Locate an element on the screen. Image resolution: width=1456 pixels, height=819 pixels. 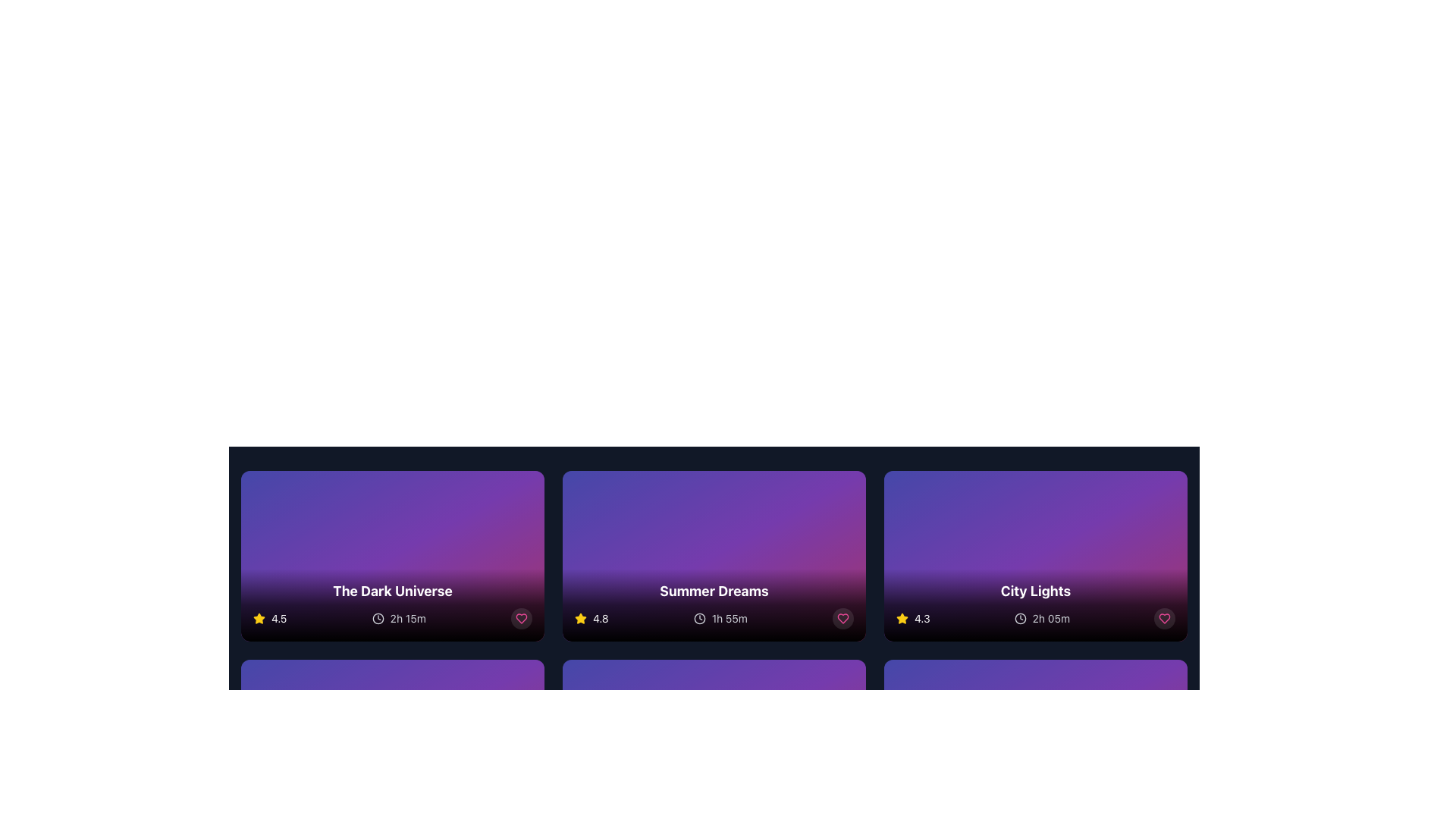
the SVG graphic element representing a clock that indicates the time duration related to the 'Summer Dreams' item, which is located below the text 'Summer Dreams' and to the left of a heart icon is located at coordinates (698, 619).